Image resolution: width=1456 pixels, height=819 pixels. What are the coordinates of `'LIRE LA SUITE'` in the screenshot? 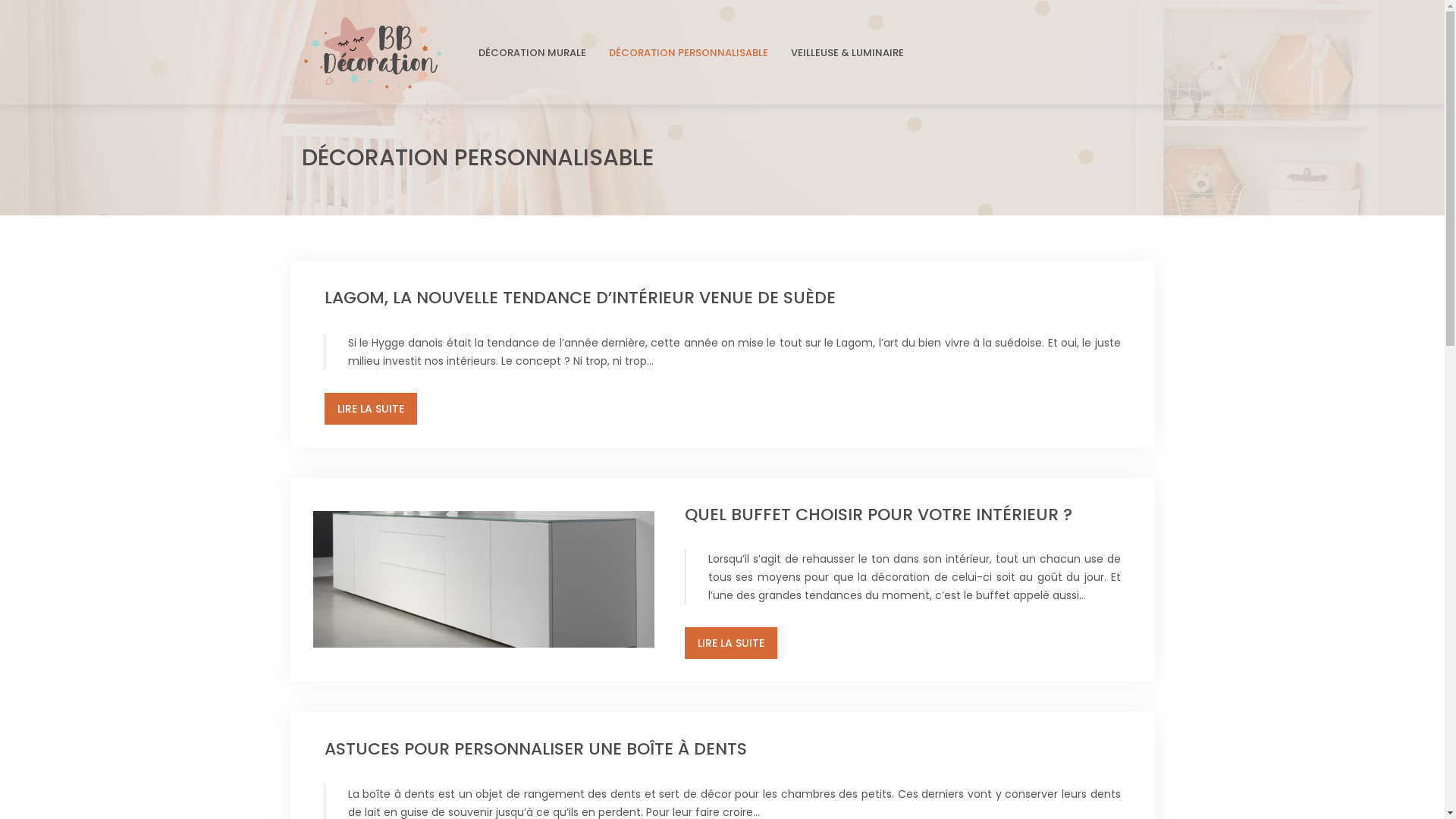 It's located at (730, 643).